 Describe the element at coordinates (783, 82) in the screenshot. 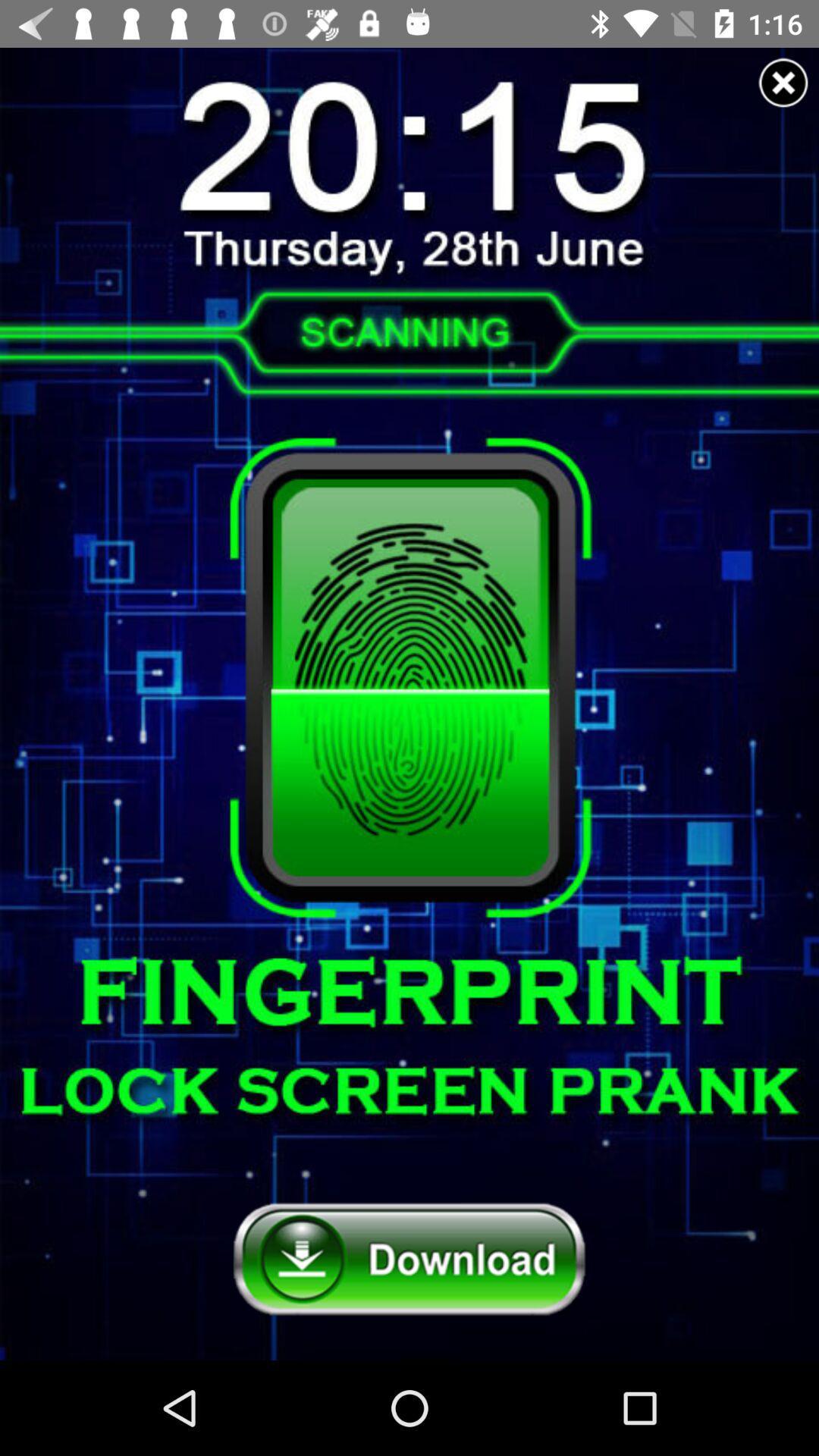

I see `click close icon` at that location.